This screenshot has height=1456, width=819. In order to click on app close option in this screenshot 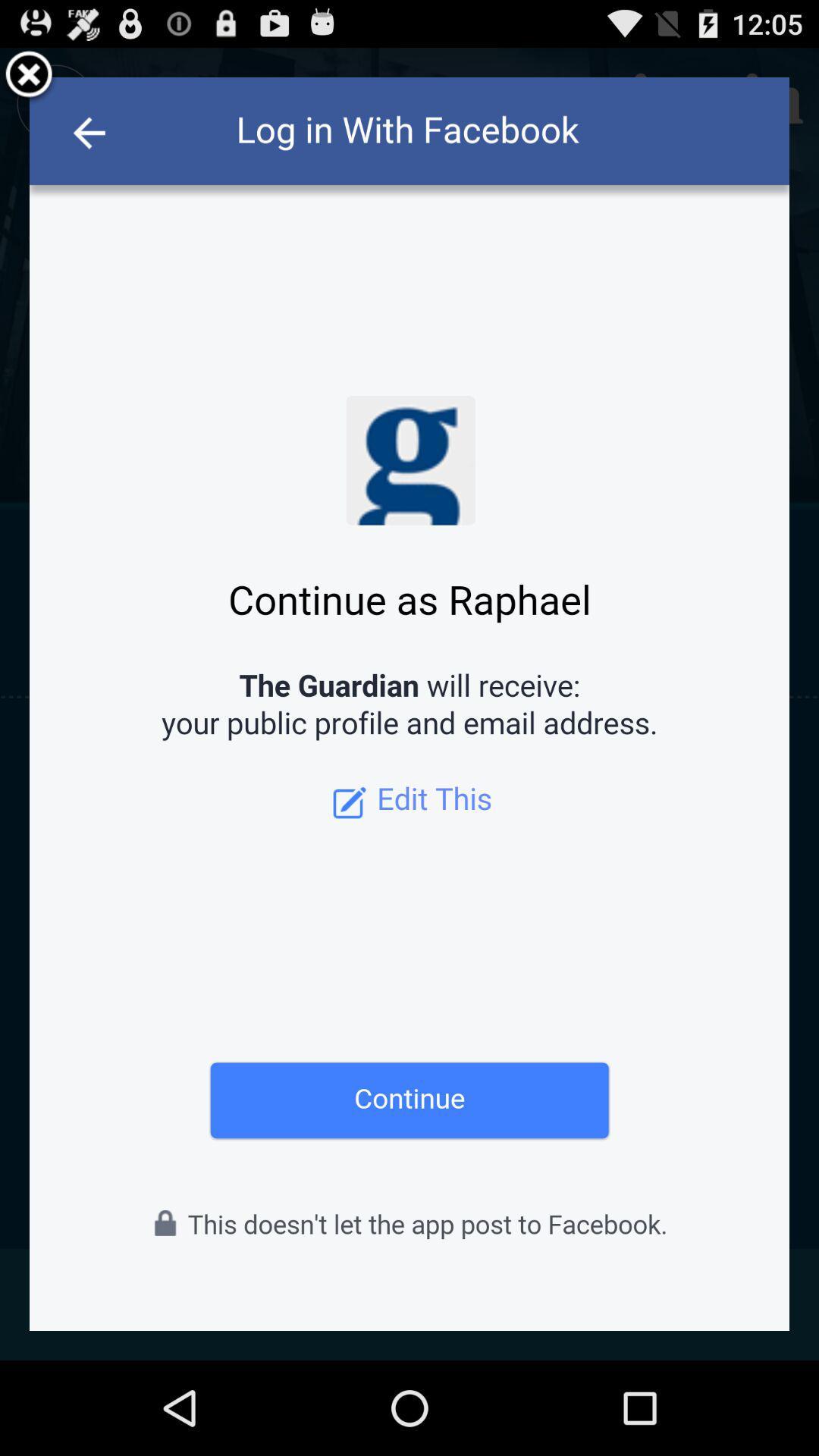, I will do `click(29, 76)`.